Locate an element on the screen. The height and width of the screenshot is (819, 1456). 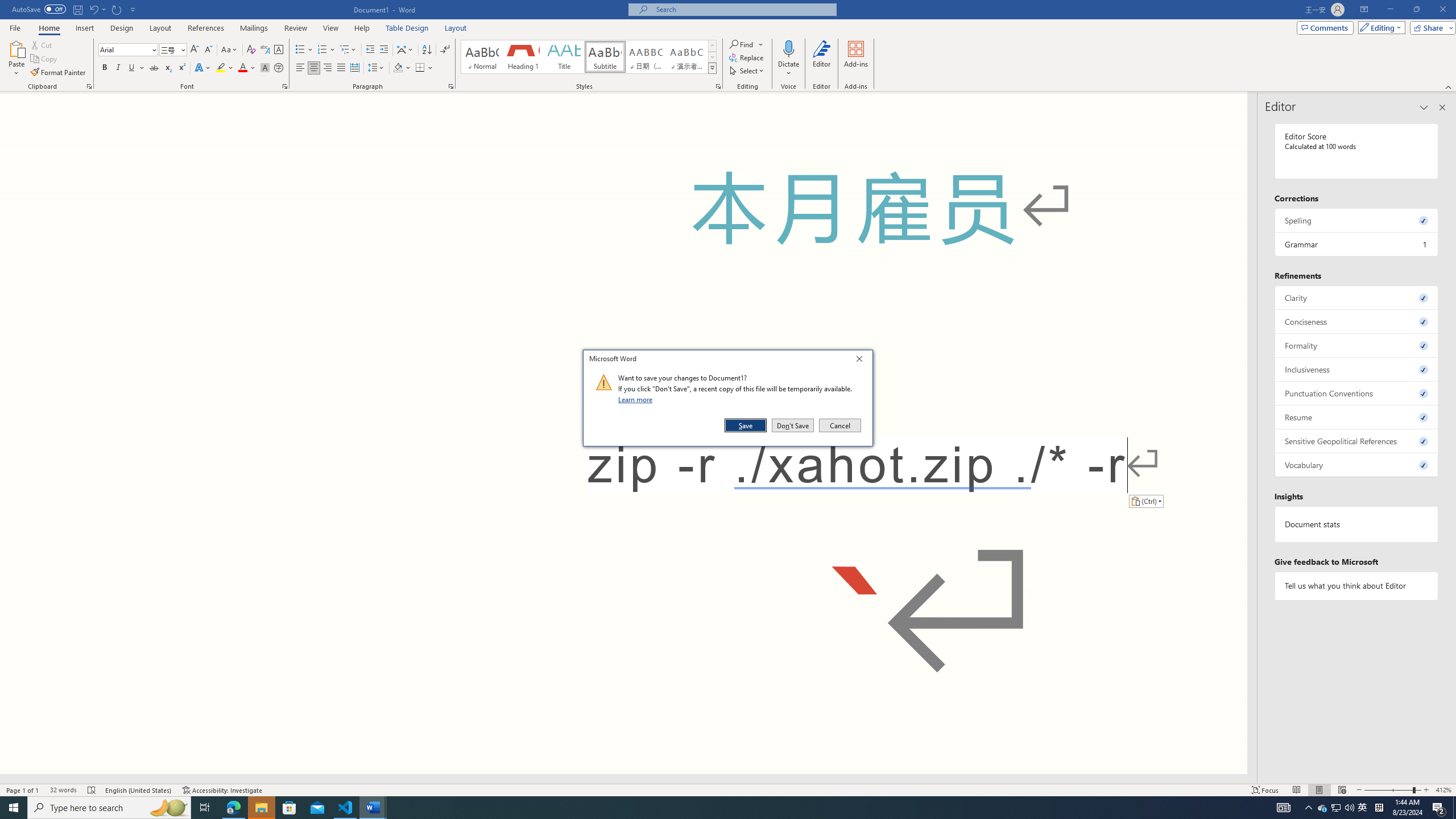
'Resume, 0 issues. Press space or enter to review items.' is located at coordinates (1356, 416).